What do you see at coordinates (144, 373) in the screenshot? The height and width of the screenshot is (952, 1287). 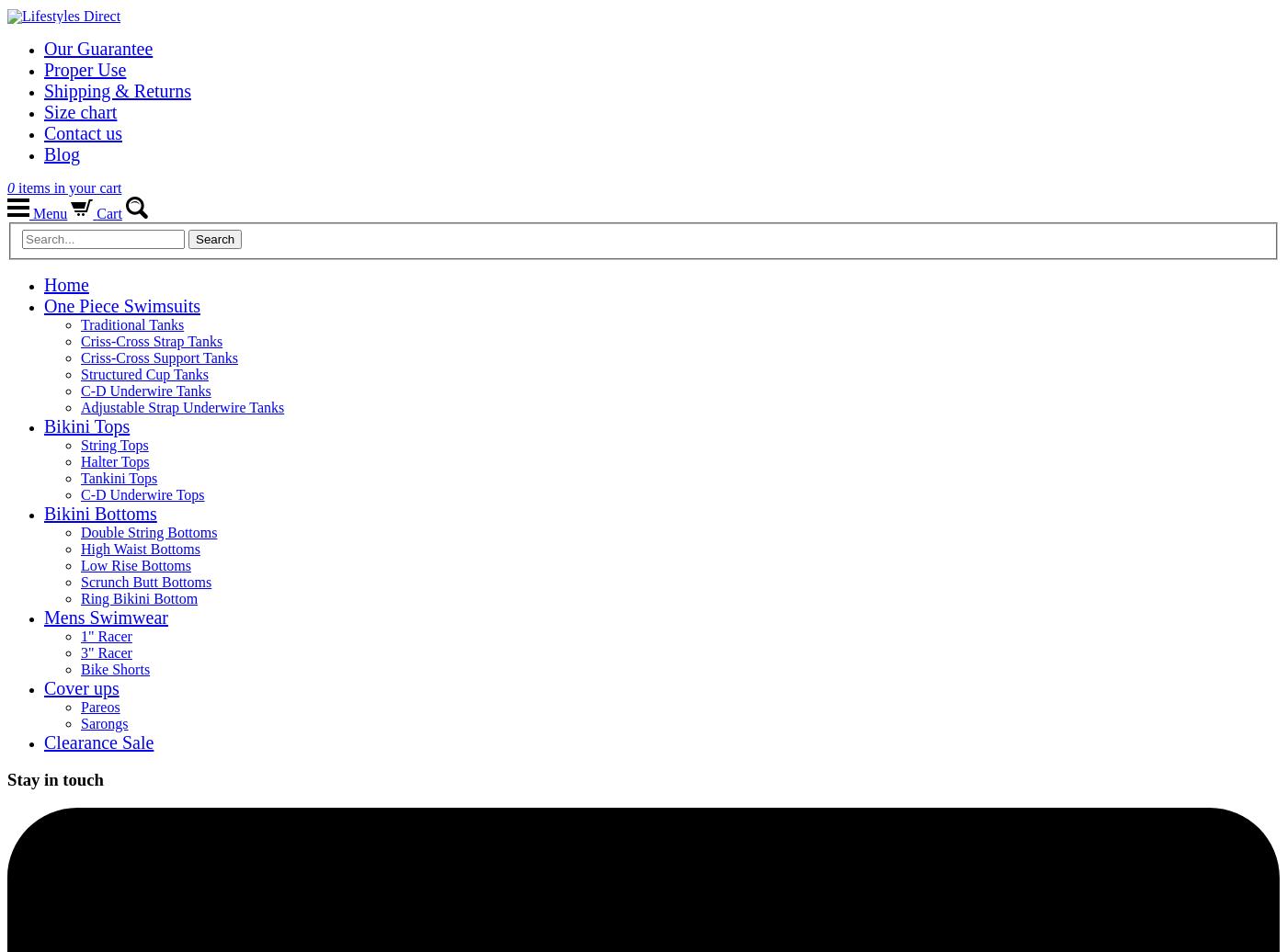 I see `'Structured Cup Tanks'` at bounding box center [144, 373].